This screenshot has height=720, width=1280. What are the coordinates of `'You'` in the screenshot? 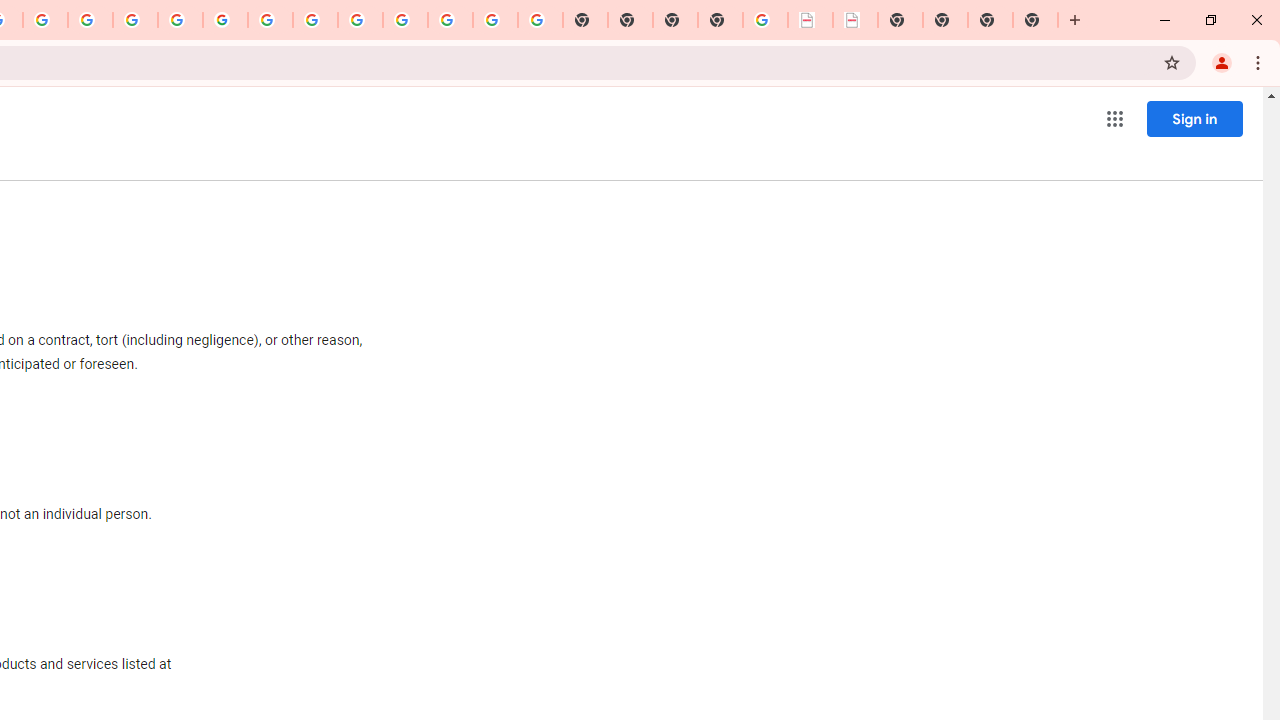 It's located at (1220, 61).